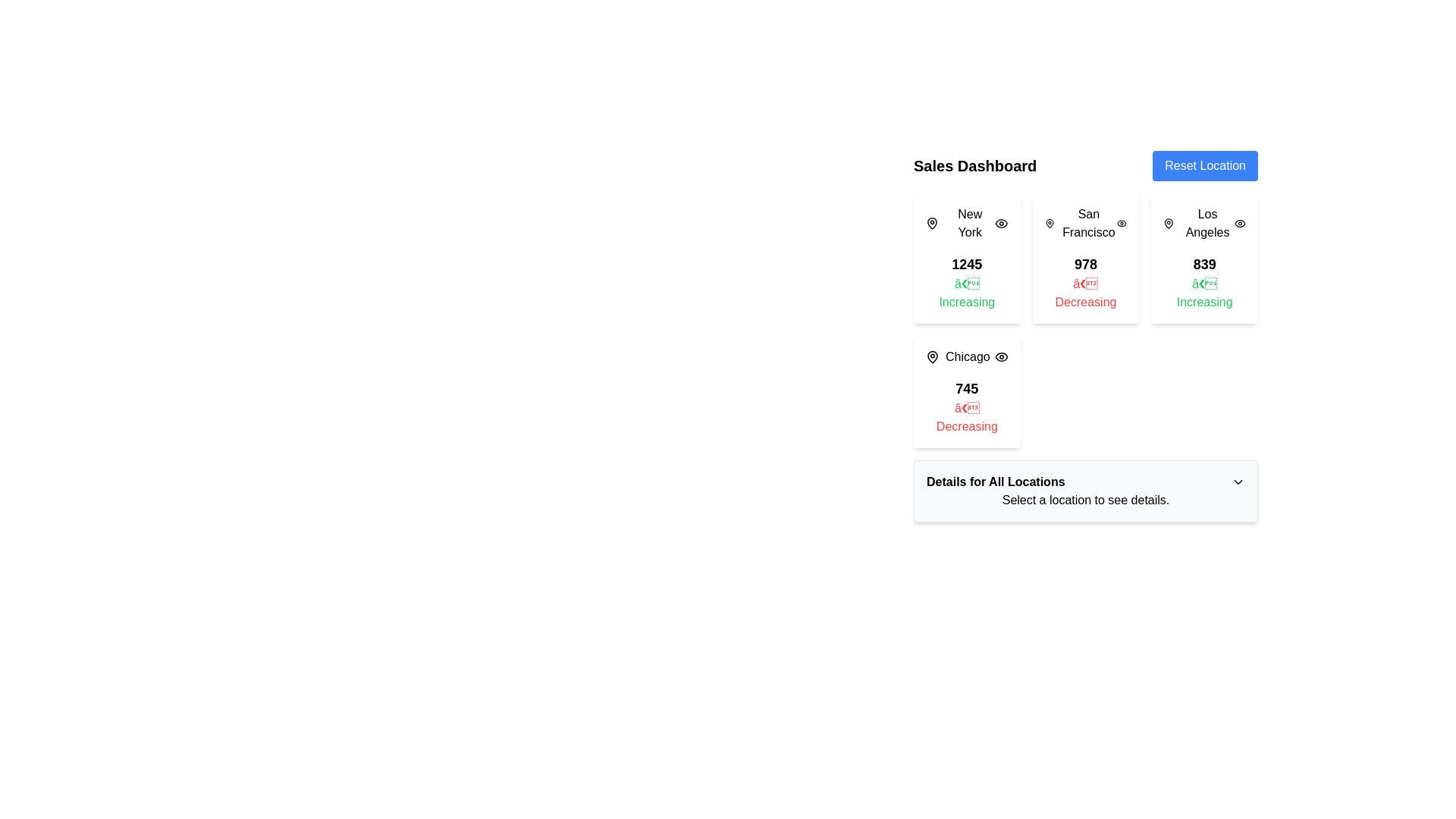 This screenshot has height=819, width=1456. I want to click on the visual indicator icon located at the top-right corner of the 'San Francisco' card, aligned with the title 'San Francisco', so click(1122, 223).